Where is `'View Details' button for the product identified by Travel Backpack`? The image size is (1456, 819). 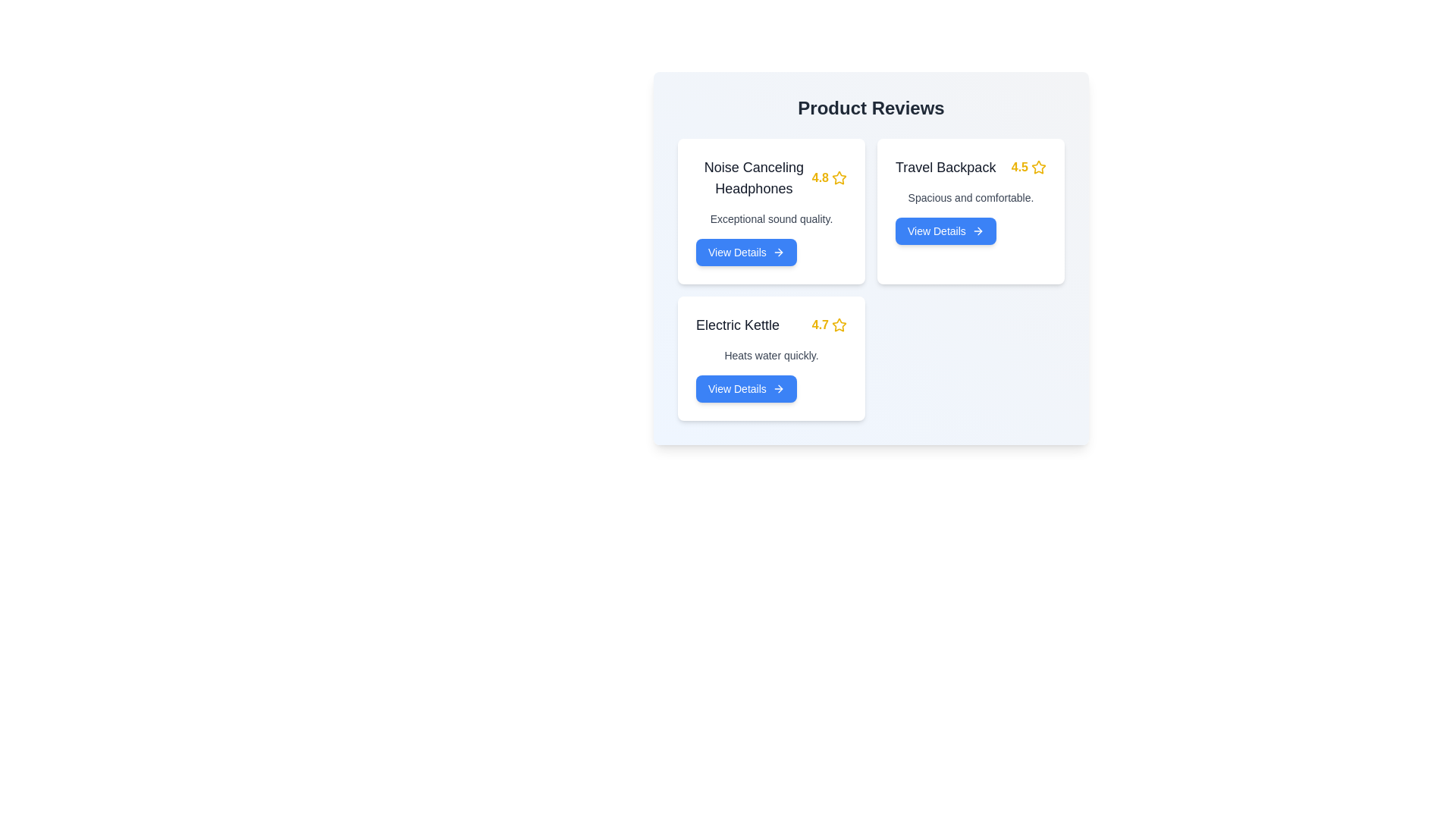
'View Details' button for the product identified by Travel Backpack is located at coordinates (945, 231).